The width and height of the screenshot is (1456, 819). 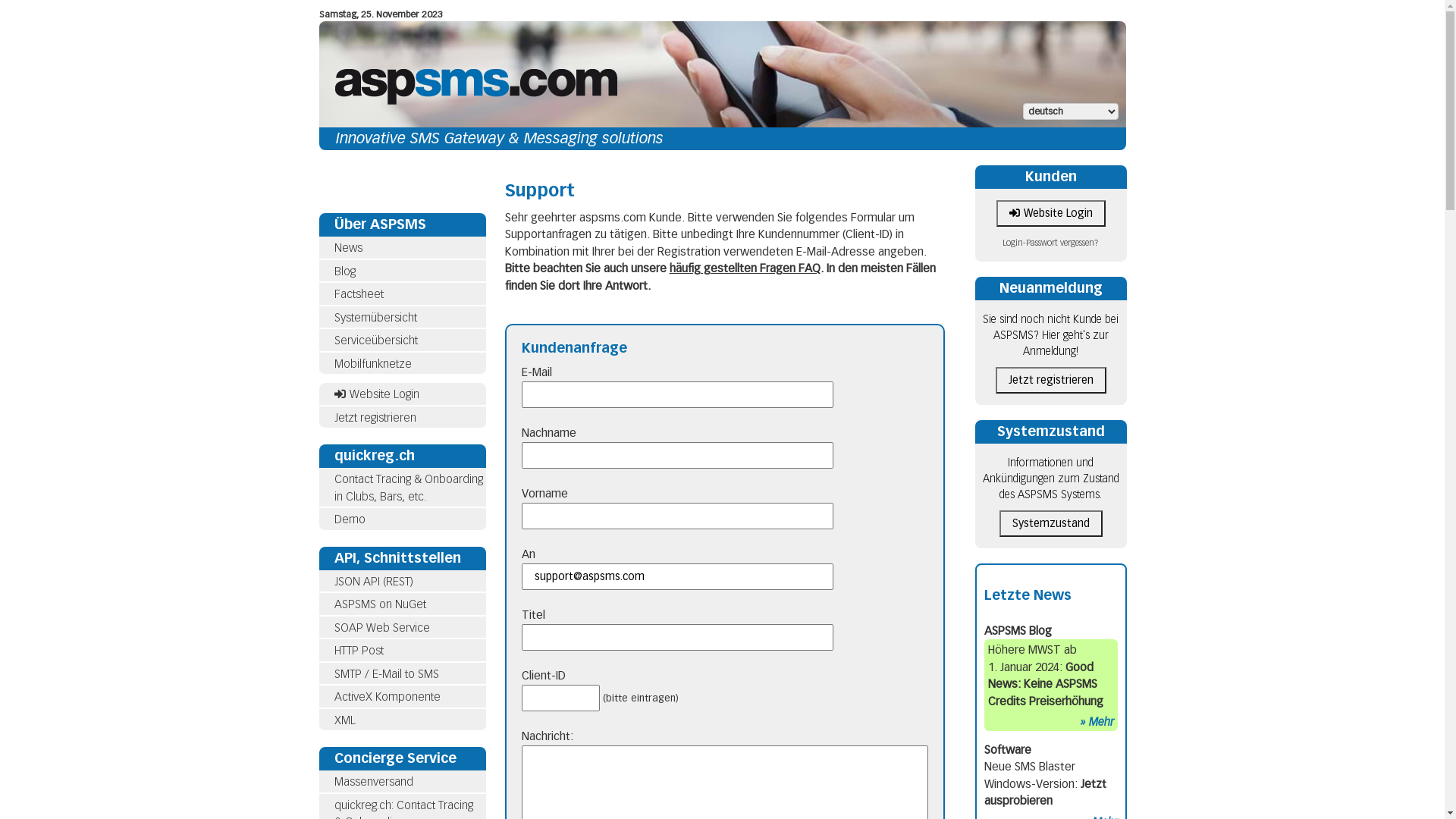 I want to click on 'SOAP Web Service', so click(x=401, y=627).